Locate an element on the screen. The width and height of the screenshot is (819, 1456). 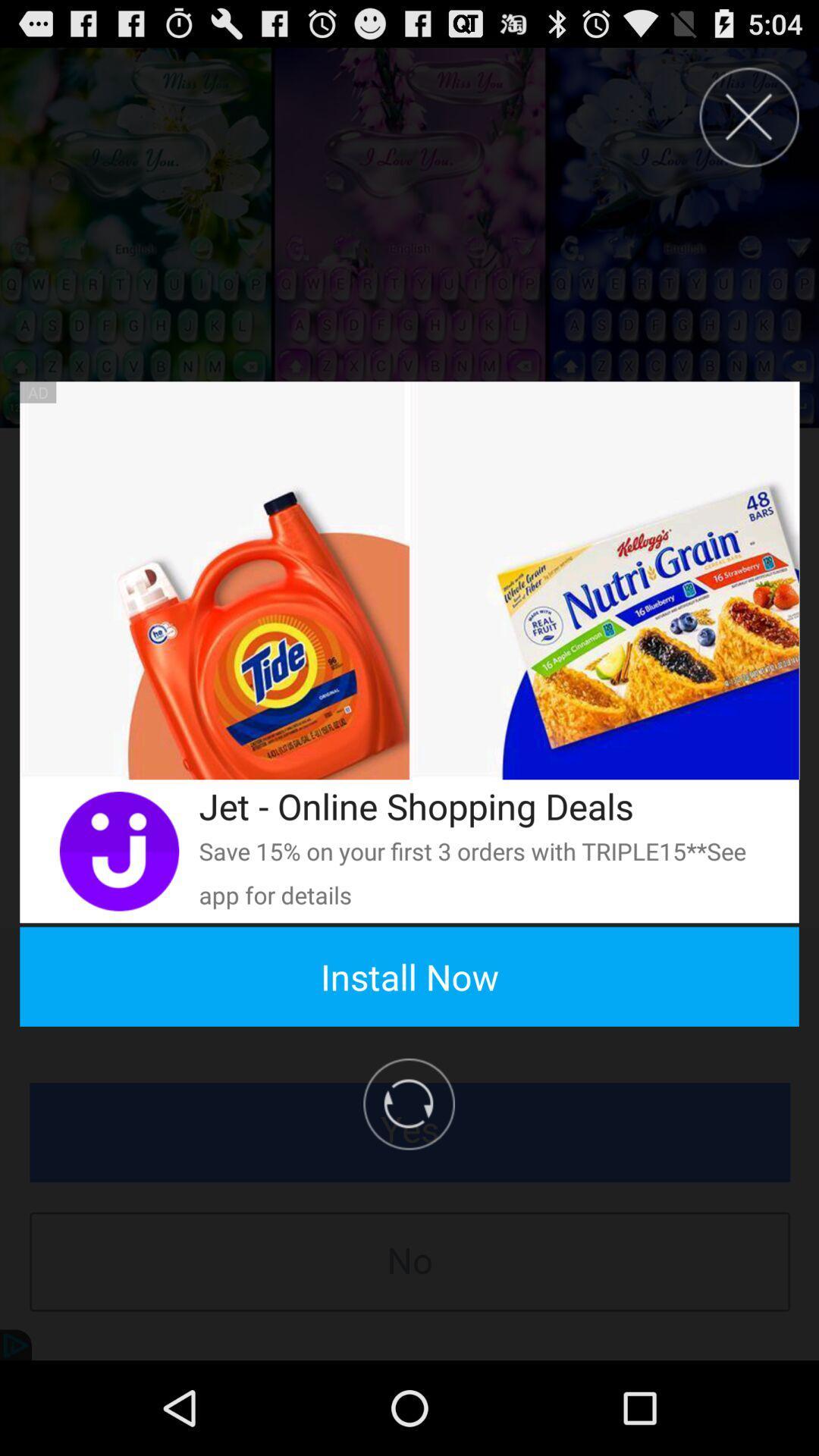
the emoji icon is located at coordinates (118, 910).